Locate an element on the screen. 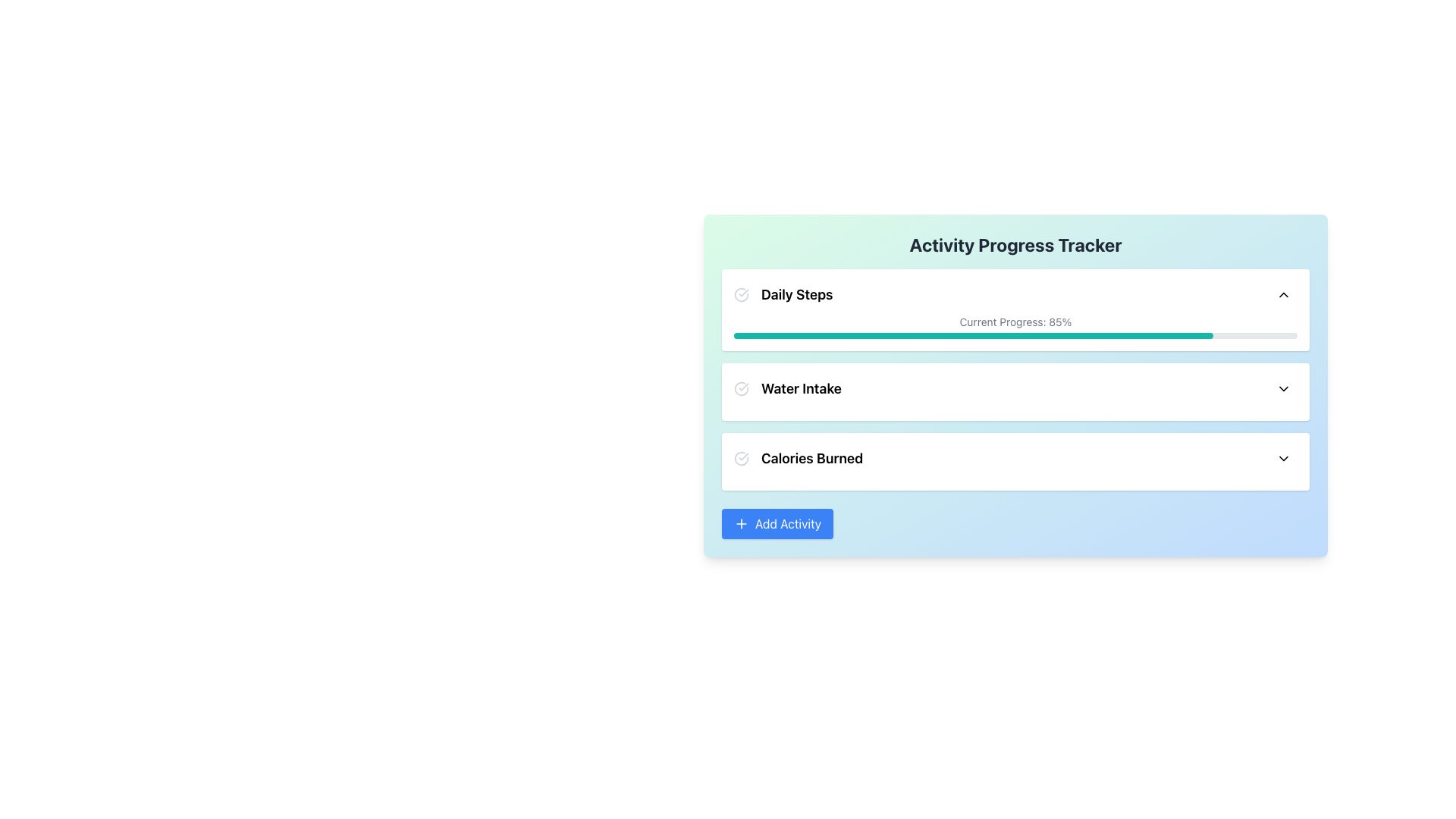 This screenshot has width=1456, height=819. the Expandable panel that displays information about water intake is located at coordinates (1015, 391).